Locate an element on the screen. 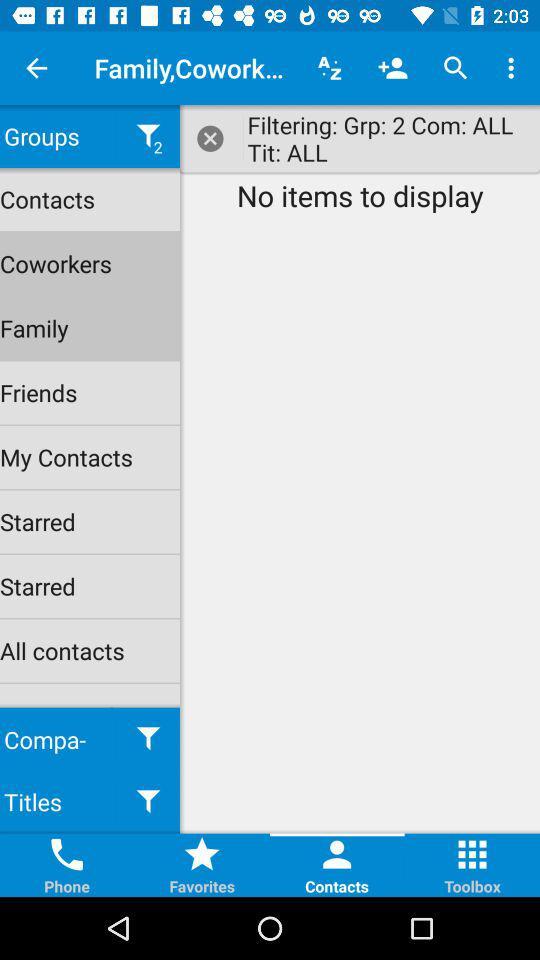 The height and width of the screenshot is (960, 540). the close icon is located at coordinates (210, 137).